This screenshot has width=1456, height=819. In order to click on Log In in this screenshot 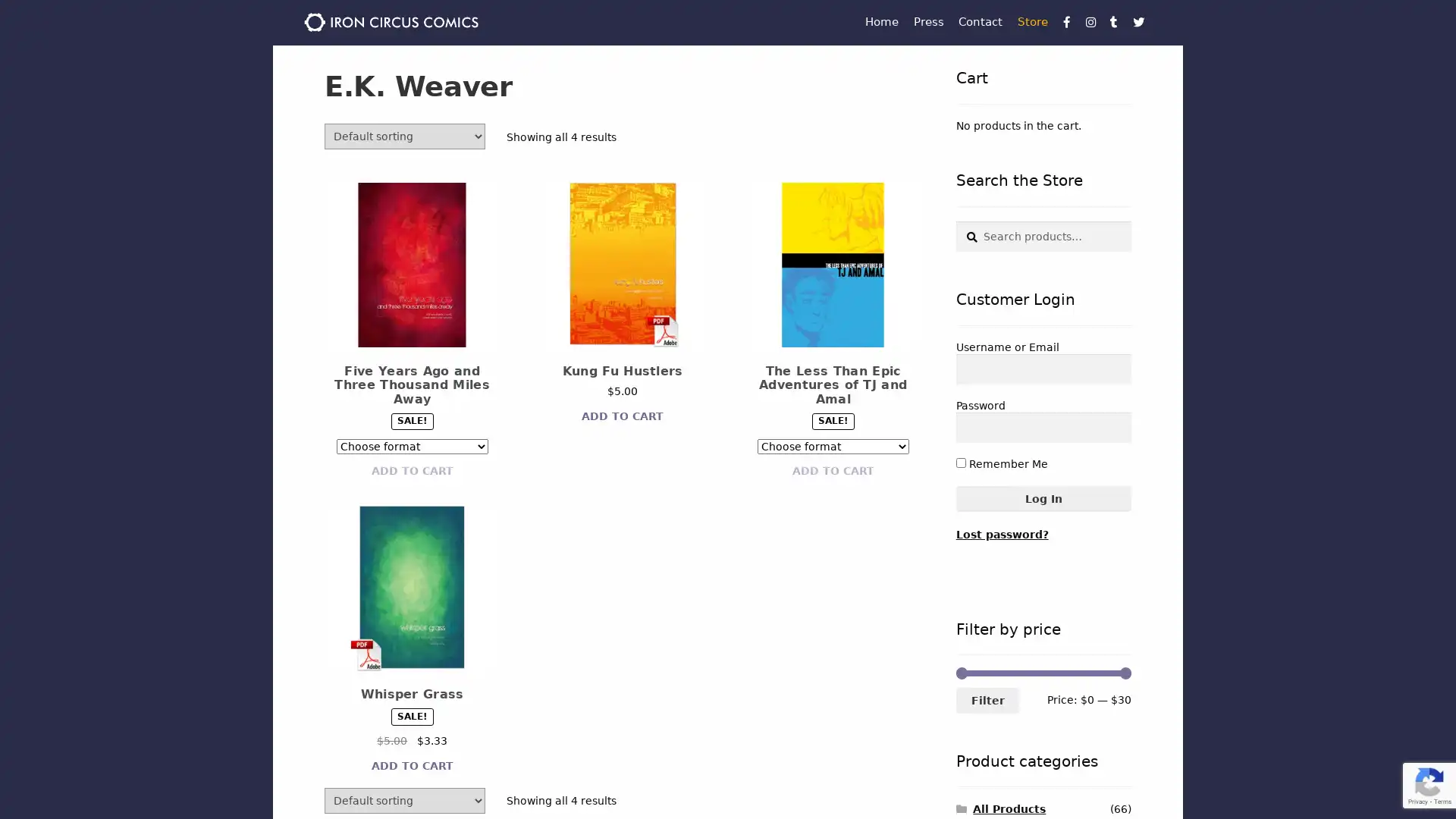, I will do `click(1042, 498)`.